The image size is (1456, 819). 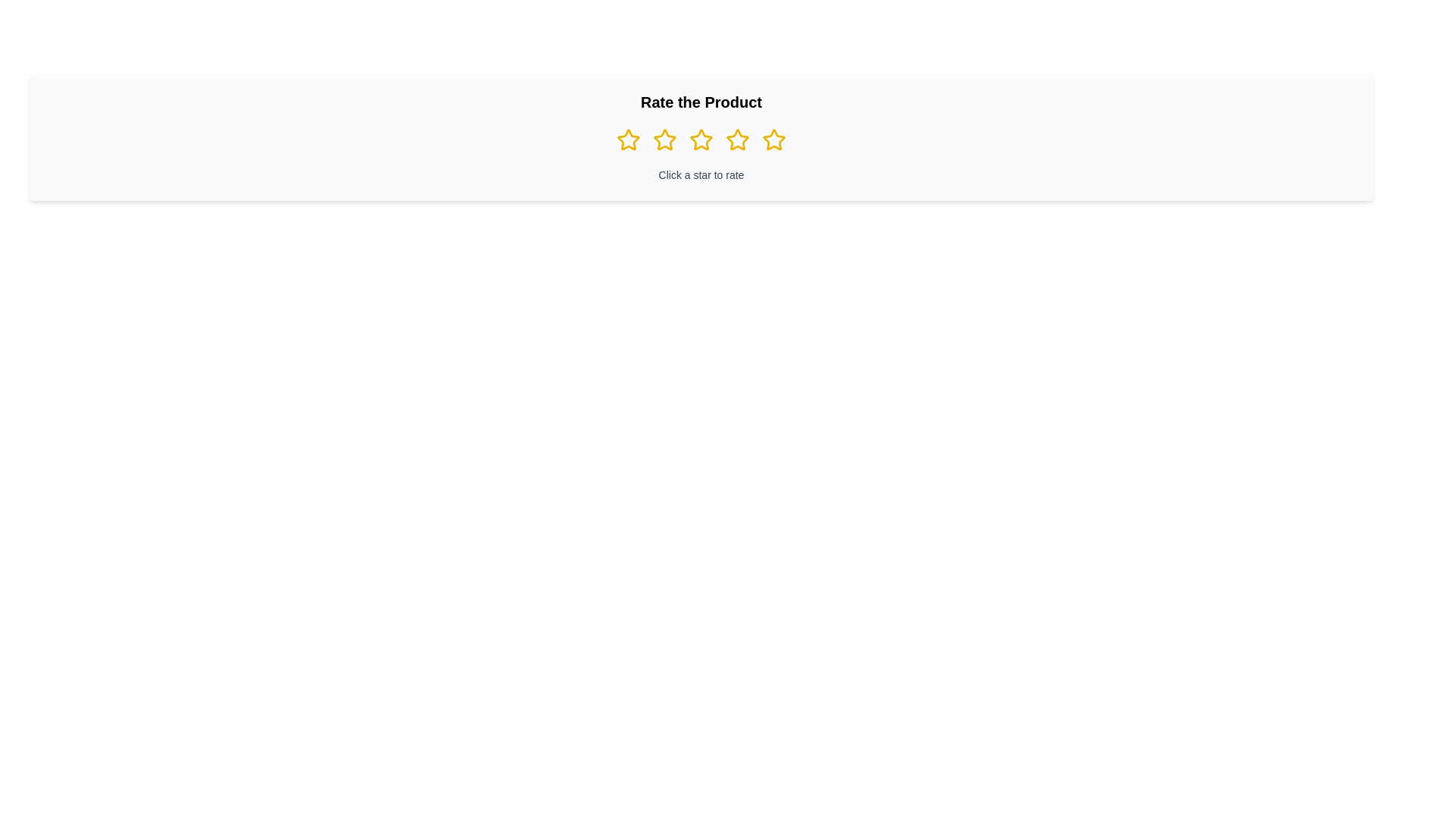 I want to click on the second star from the left in the row of five stars, so click(x=665, y=140).